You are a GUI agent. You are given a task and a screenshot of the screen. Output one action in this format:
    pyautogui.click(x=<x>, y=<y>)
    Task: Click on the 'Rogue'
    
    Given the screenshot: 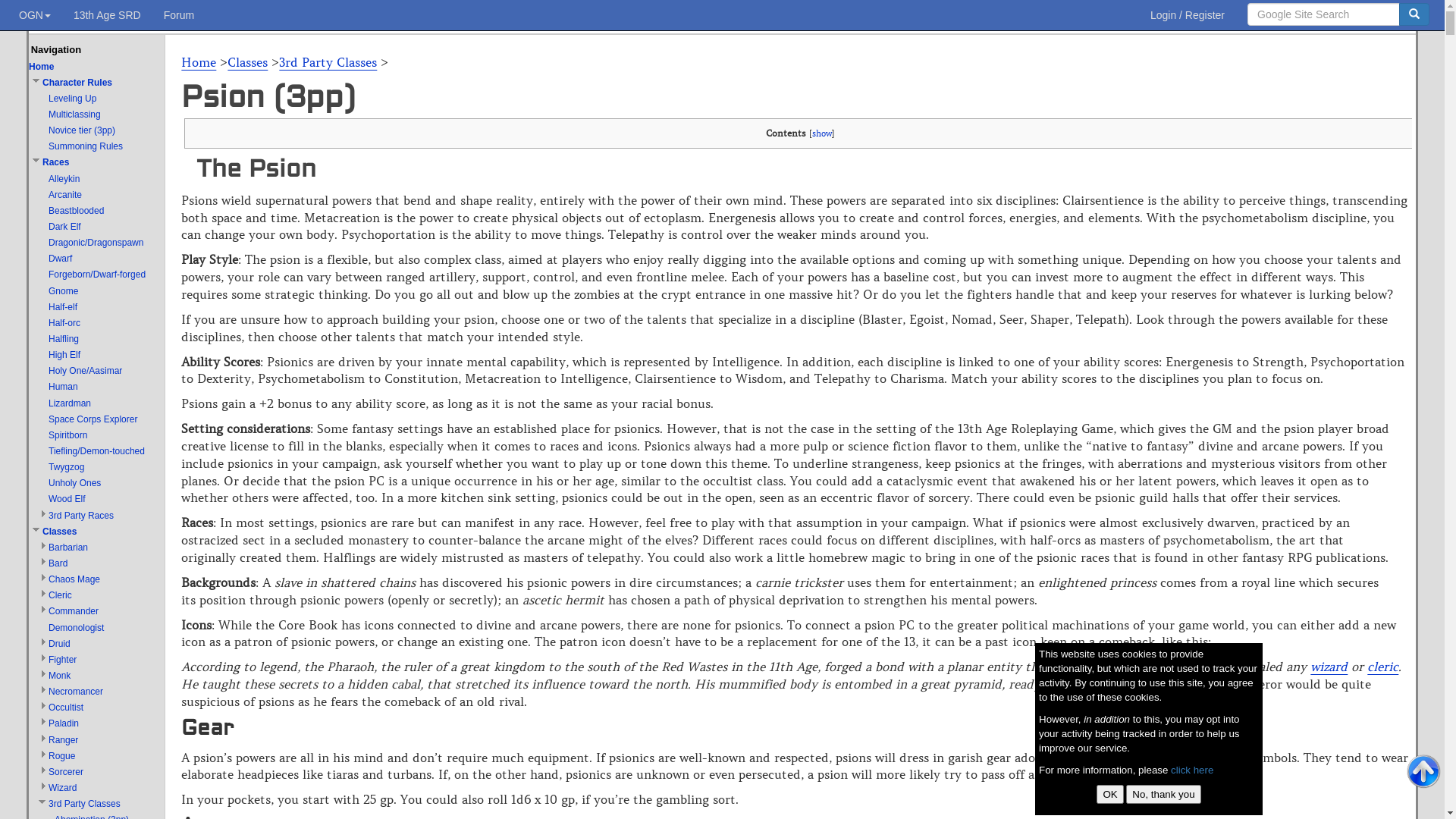 What is the action you would take?
    pyautogui.click(x=61, y=755)
    